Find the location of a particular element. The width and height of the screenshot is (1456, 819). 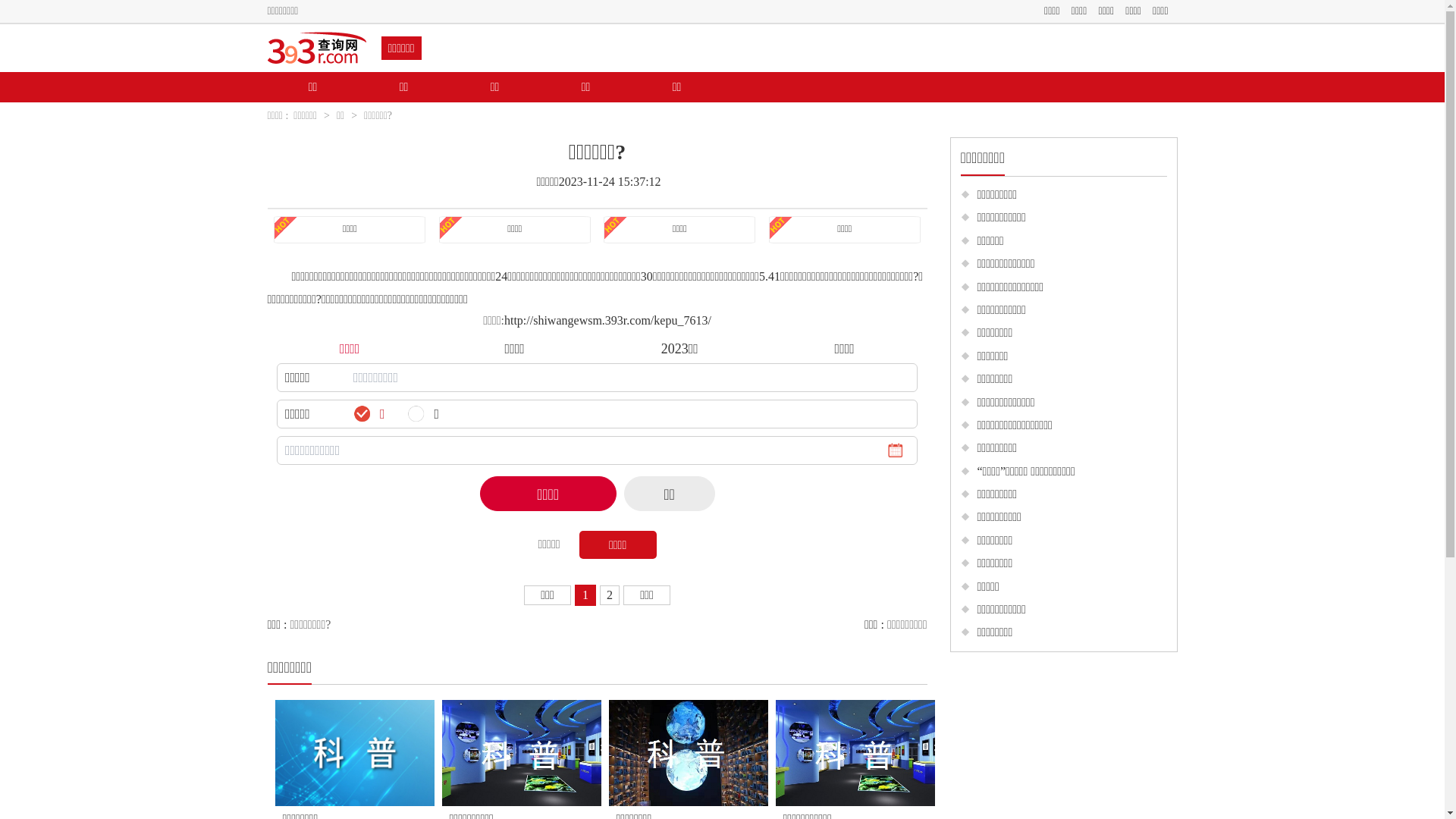

'http://shiwangewsm.393r.com/kepu_7613/' is located at coordinates (607, 319).